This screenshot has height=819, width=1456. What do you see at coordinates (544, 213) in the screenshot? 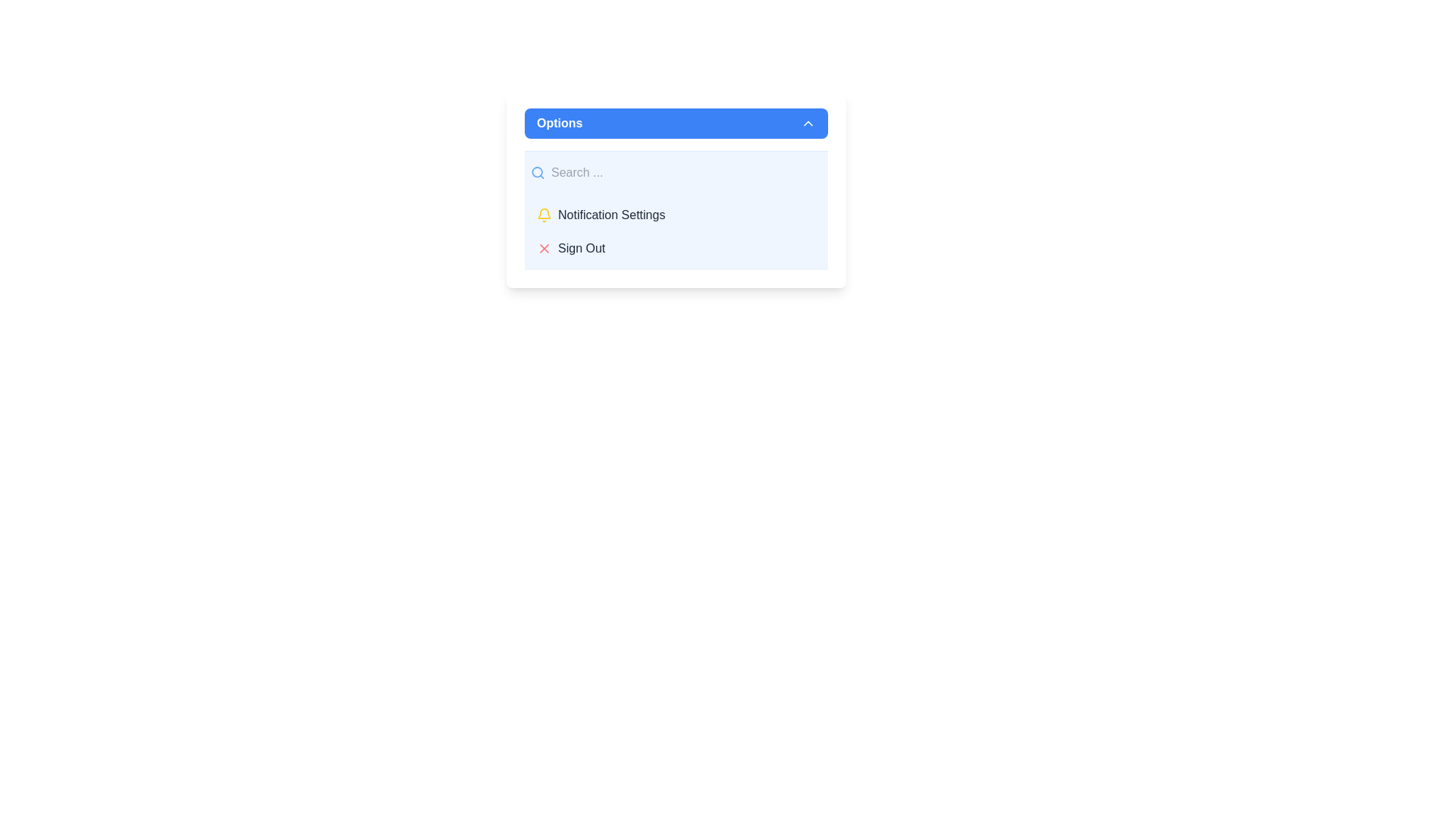
I see `the bell icon located near the top of the options menu, which represents notifications and is positioned to the left of the 'Notification Settings' text` at bounding box center [544, 213].